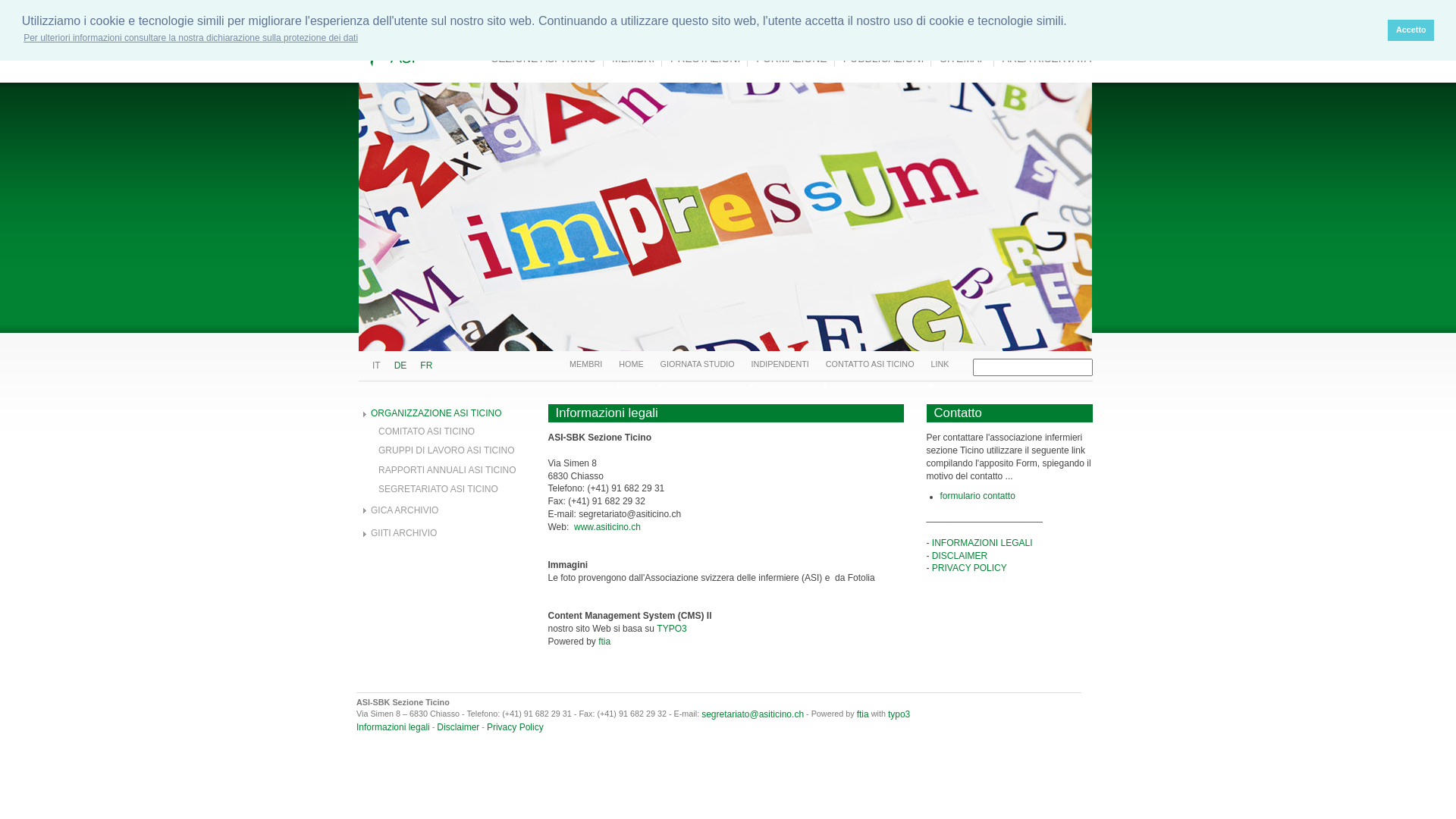 The width and height of the screenshot is (1456, 819). I want to click on 'Accetto', so click(1410, 30).